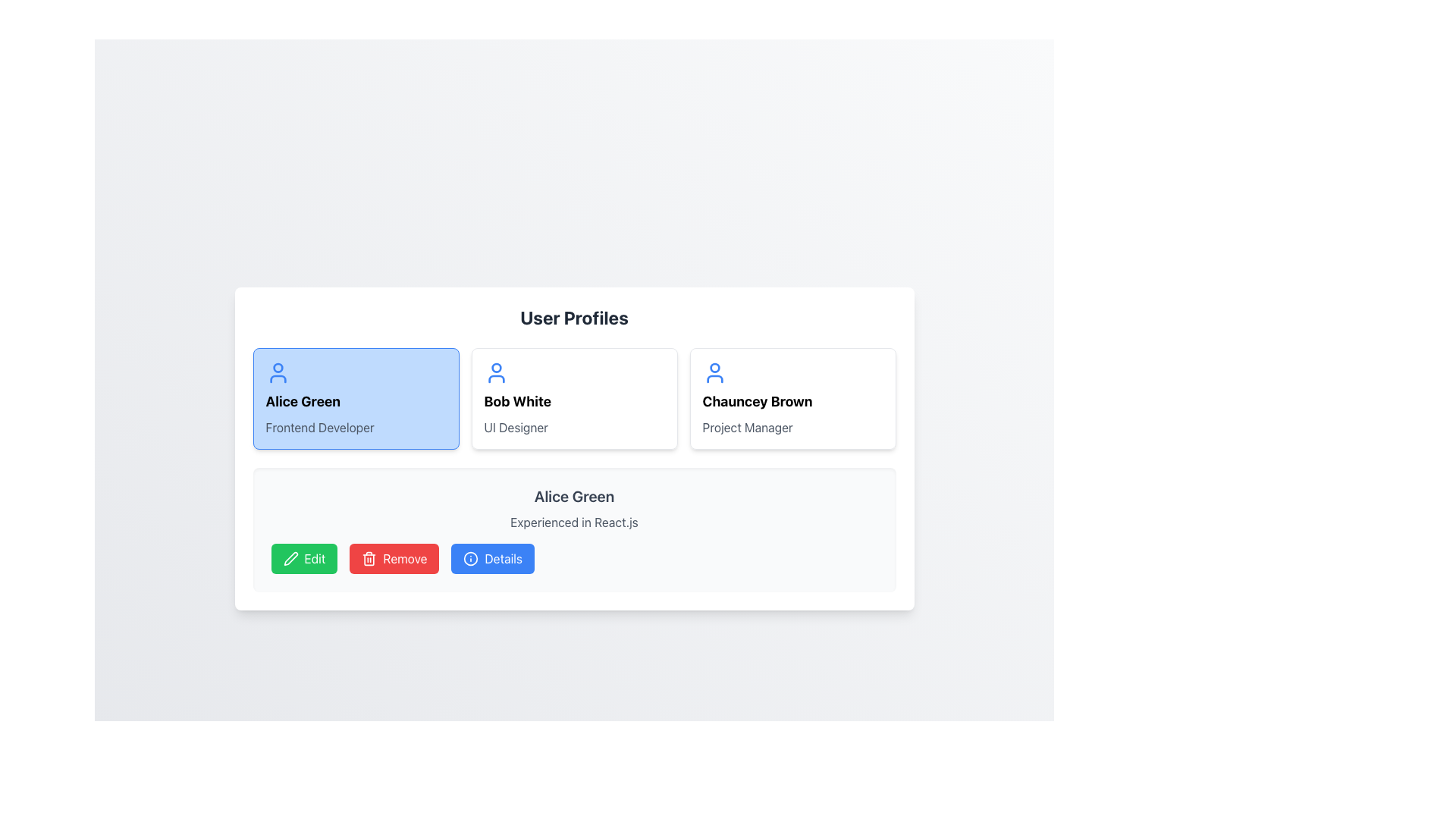 The width and height of the screenshot is (1456, 819). Describe the element at coordinates (290, 558) in the screenshot. I see `the editing icon within the green 'Edit' button located in the lower-left corner of the button row below the 'Alice Green' profile details to focus it` at that location.